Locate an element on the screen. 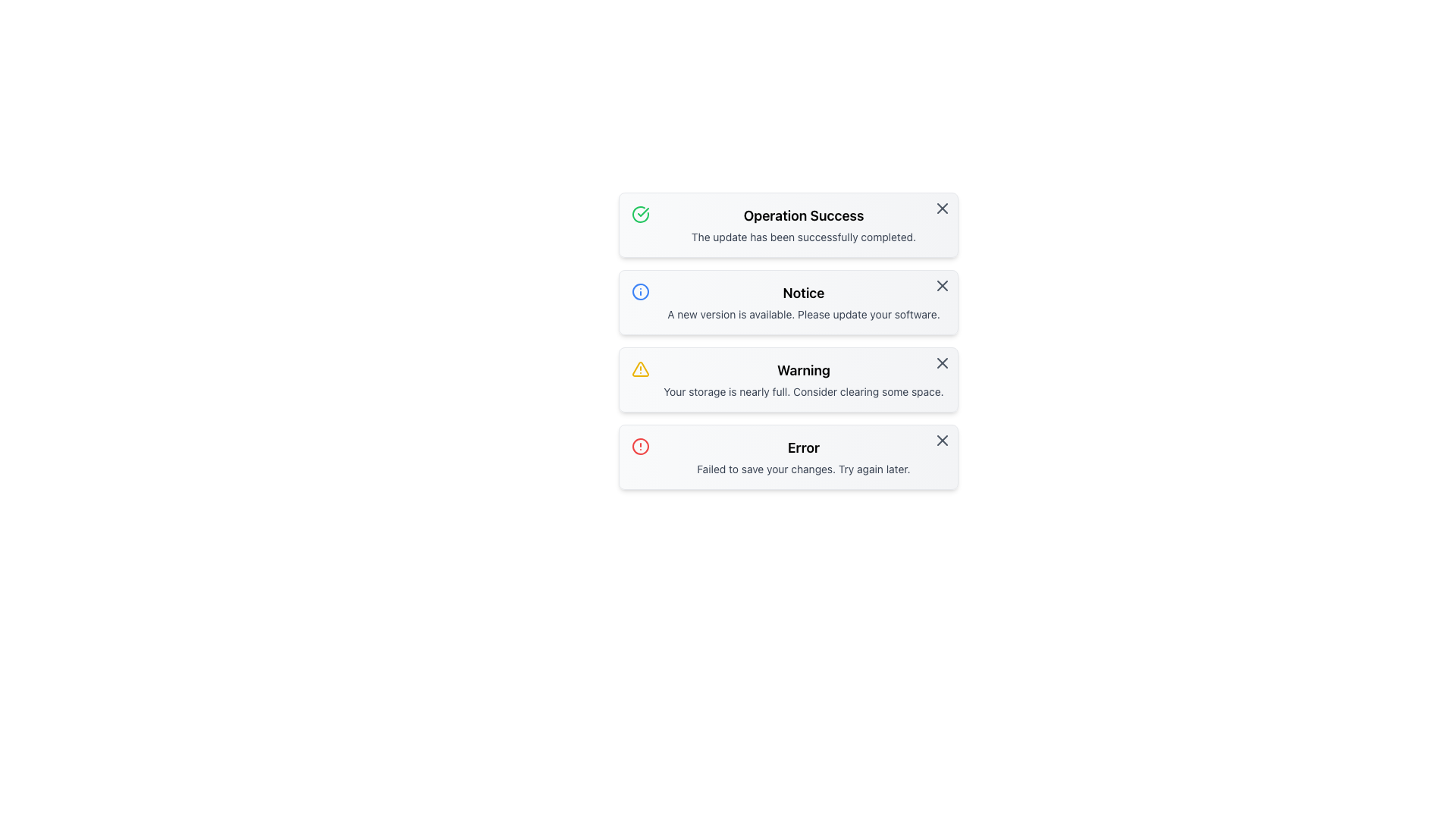 This screenshot has height=819, width=1456. the 'Operation Success' text label, which is prominently displayed in a bold and large font with a green checkmark icon, located at the top of the first notification card is located at coordinates (803, 216).